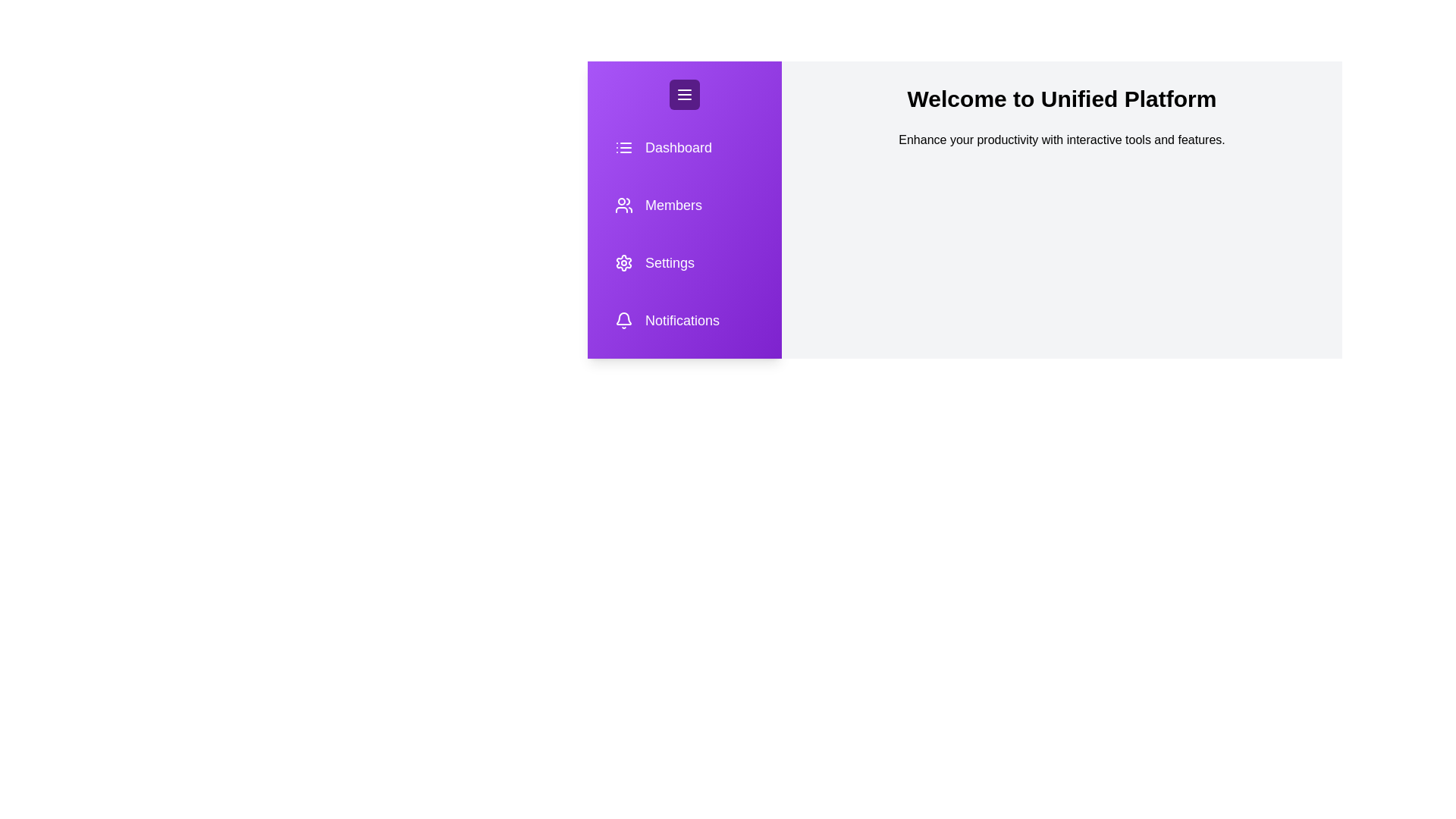 This screenshot has height=819, width=1456. I want to click on the main content area to focus on it, so click(1061, 140).